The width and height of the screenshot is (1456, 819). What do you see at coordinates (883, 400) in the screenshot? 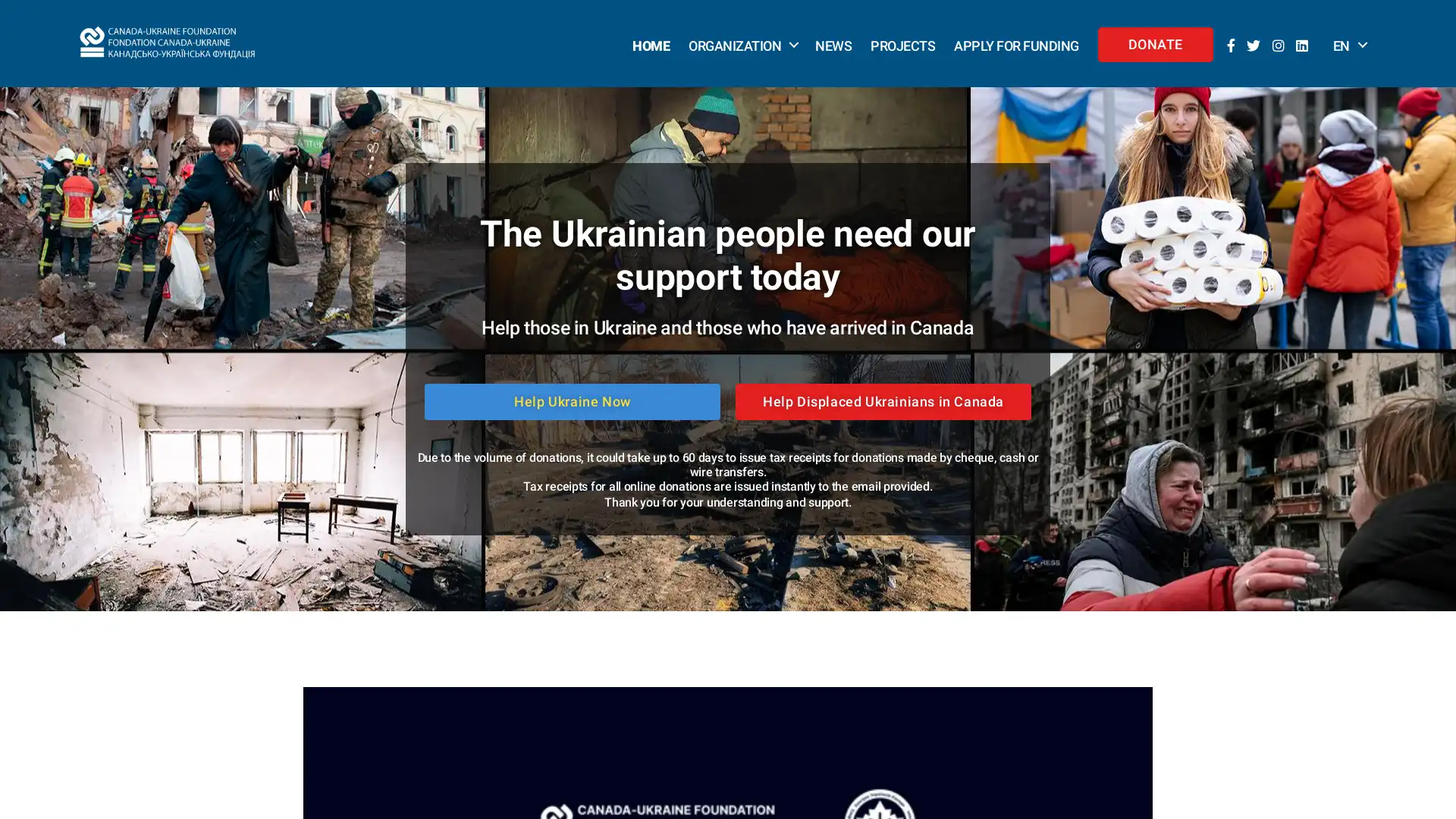
I see `Help Displaced Ukrainians in Canada` at bounding box center [883, 400].